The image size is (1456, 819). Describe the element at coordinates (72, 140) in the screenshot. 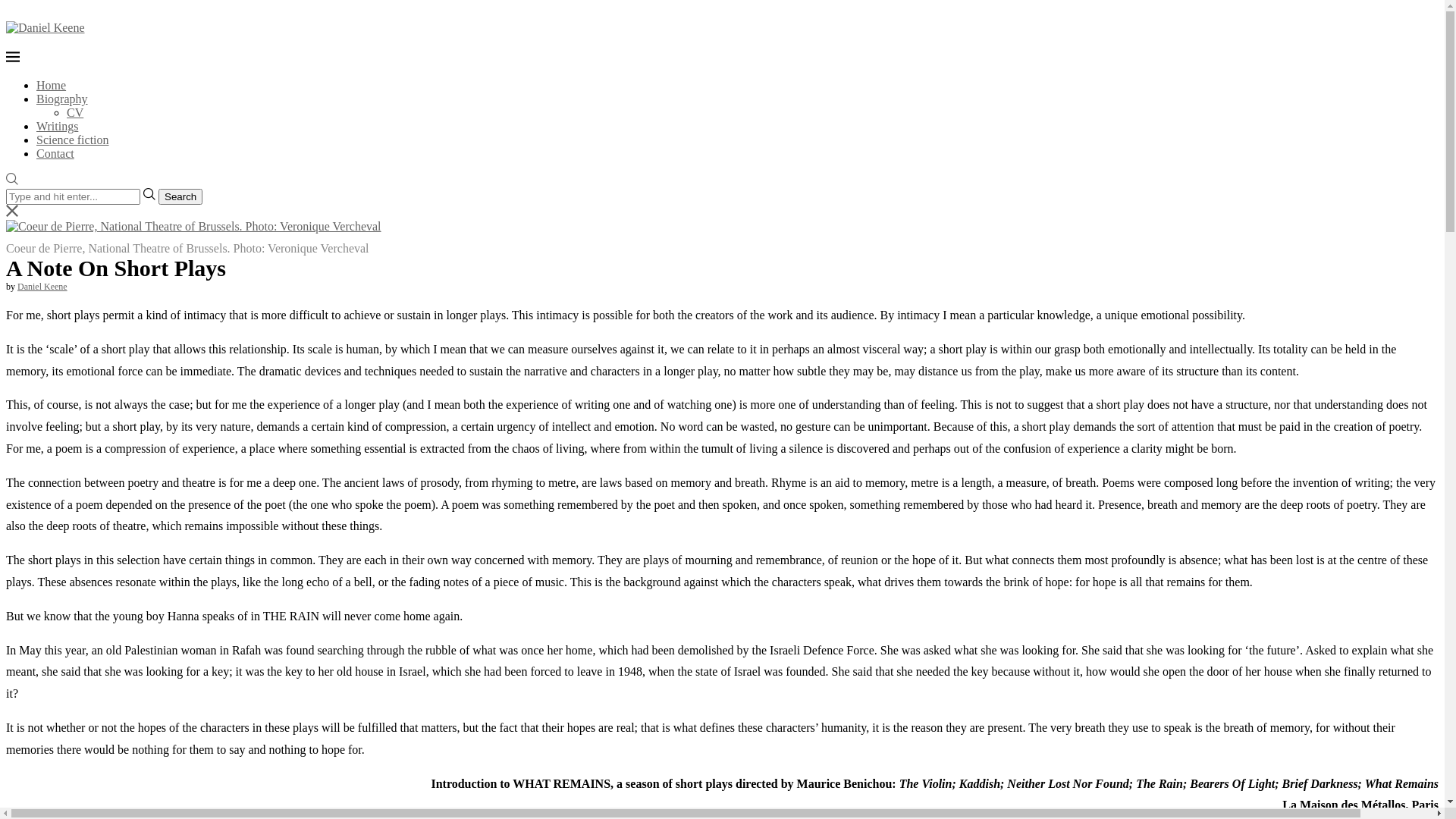

I see `'Science fiction'` at that location.